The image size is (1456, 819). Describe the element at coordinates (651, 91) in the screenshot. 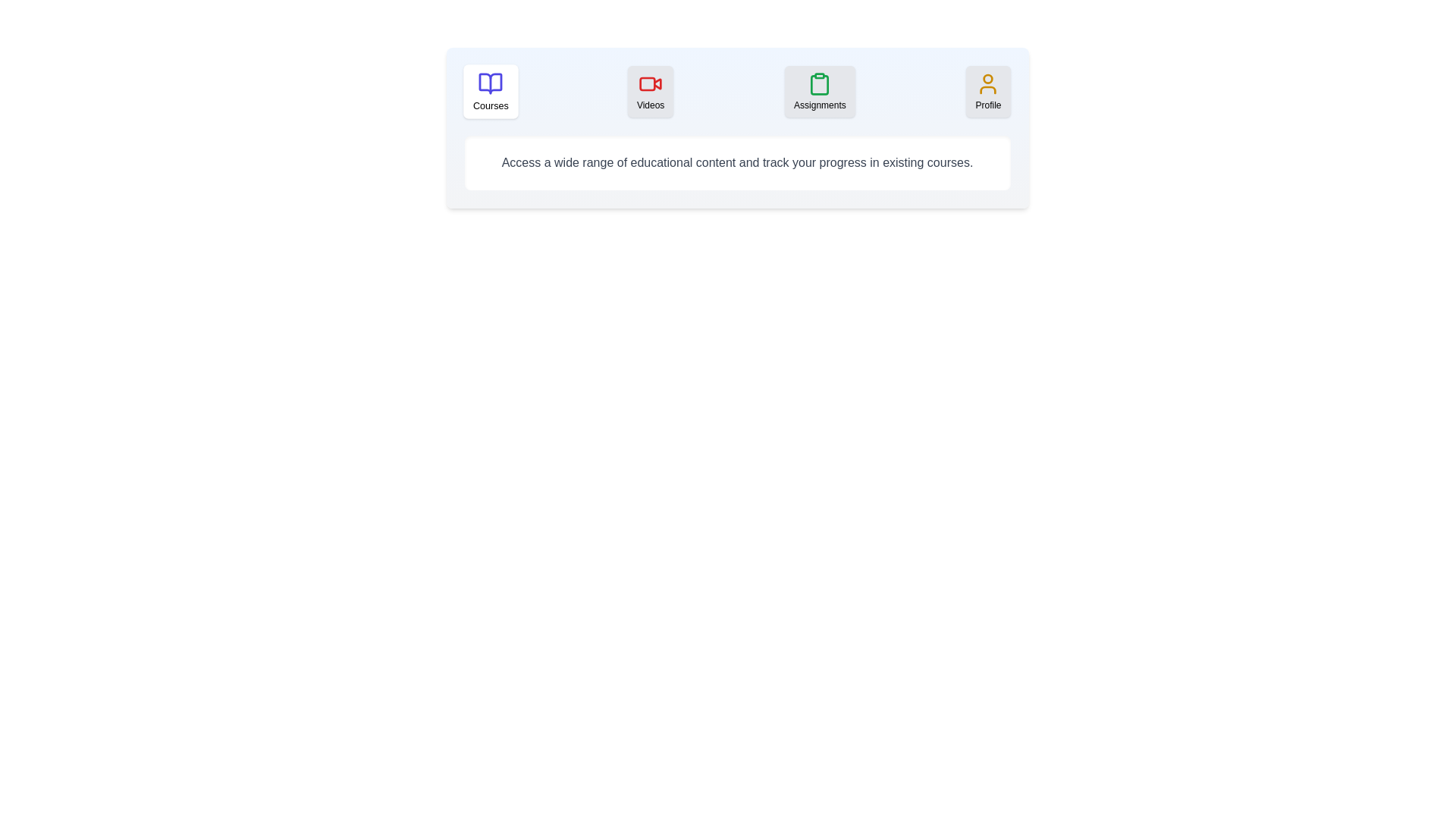

I see `the tab labeled Videos` at that location.